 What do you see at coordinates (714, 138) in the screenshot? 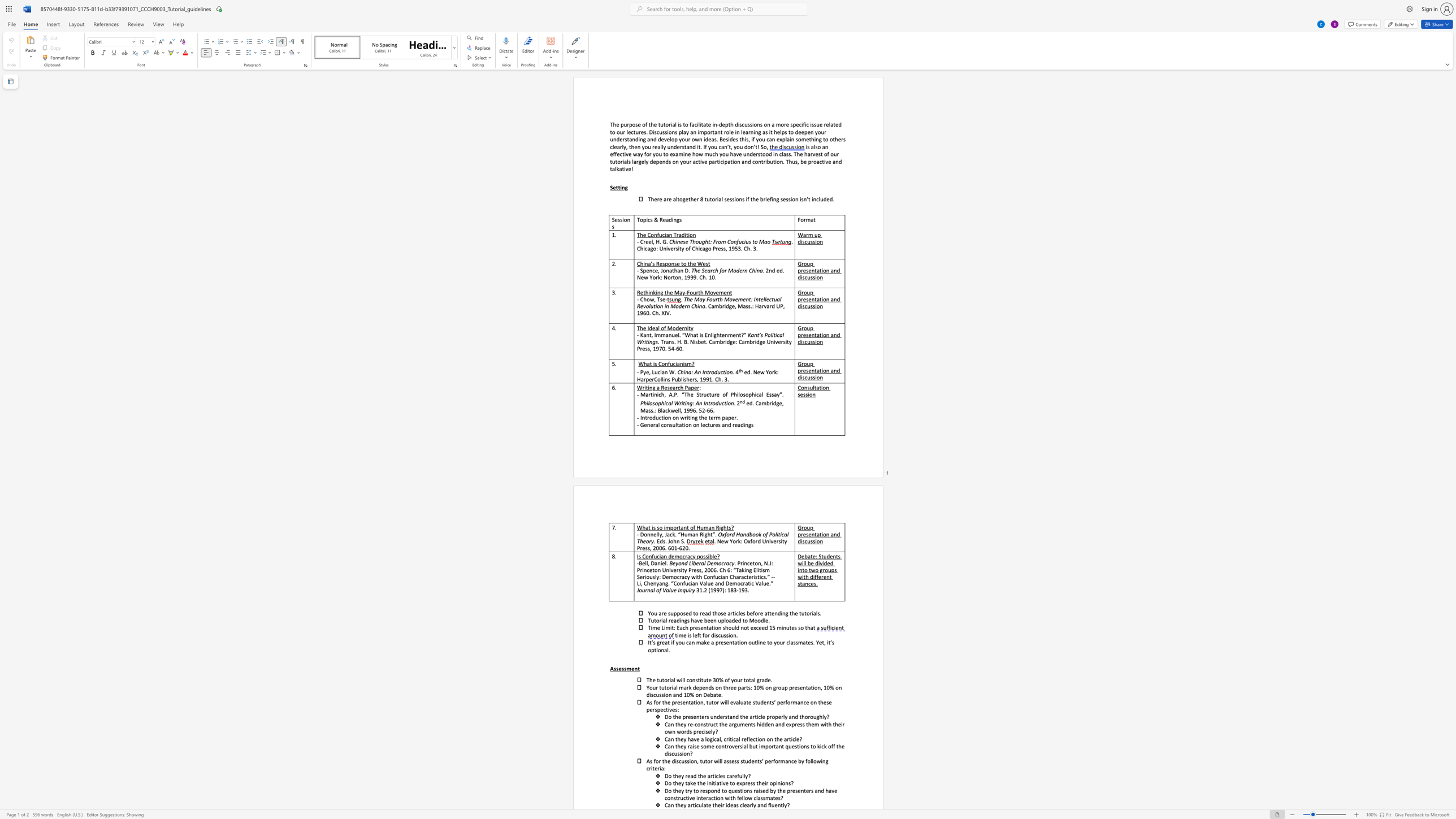
I see `the 4th character "s" in the text` at bounding box center [714, 138].